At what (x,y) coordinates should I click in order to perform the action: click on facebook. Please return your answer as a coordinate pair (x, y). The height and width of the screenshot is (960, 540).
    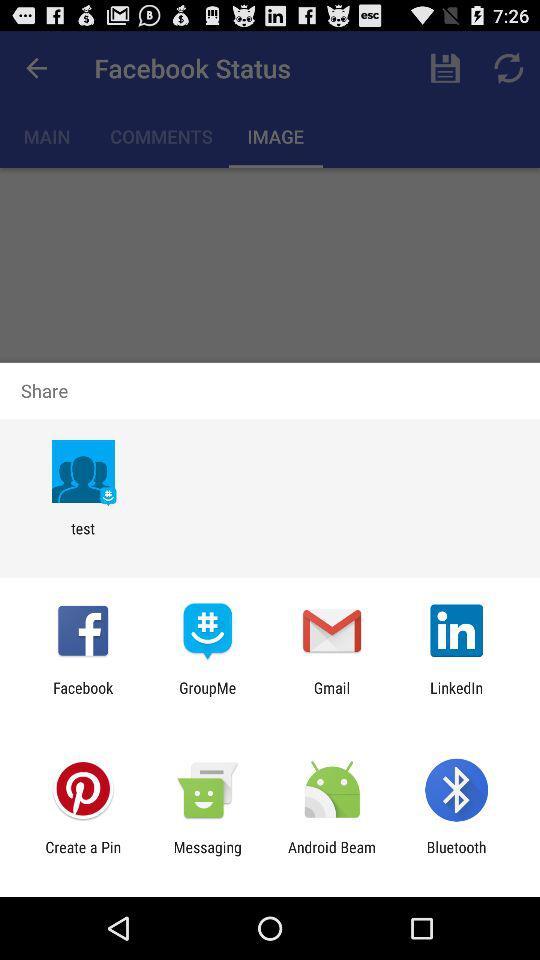
    Looking at the image, I should click on (82, 696).